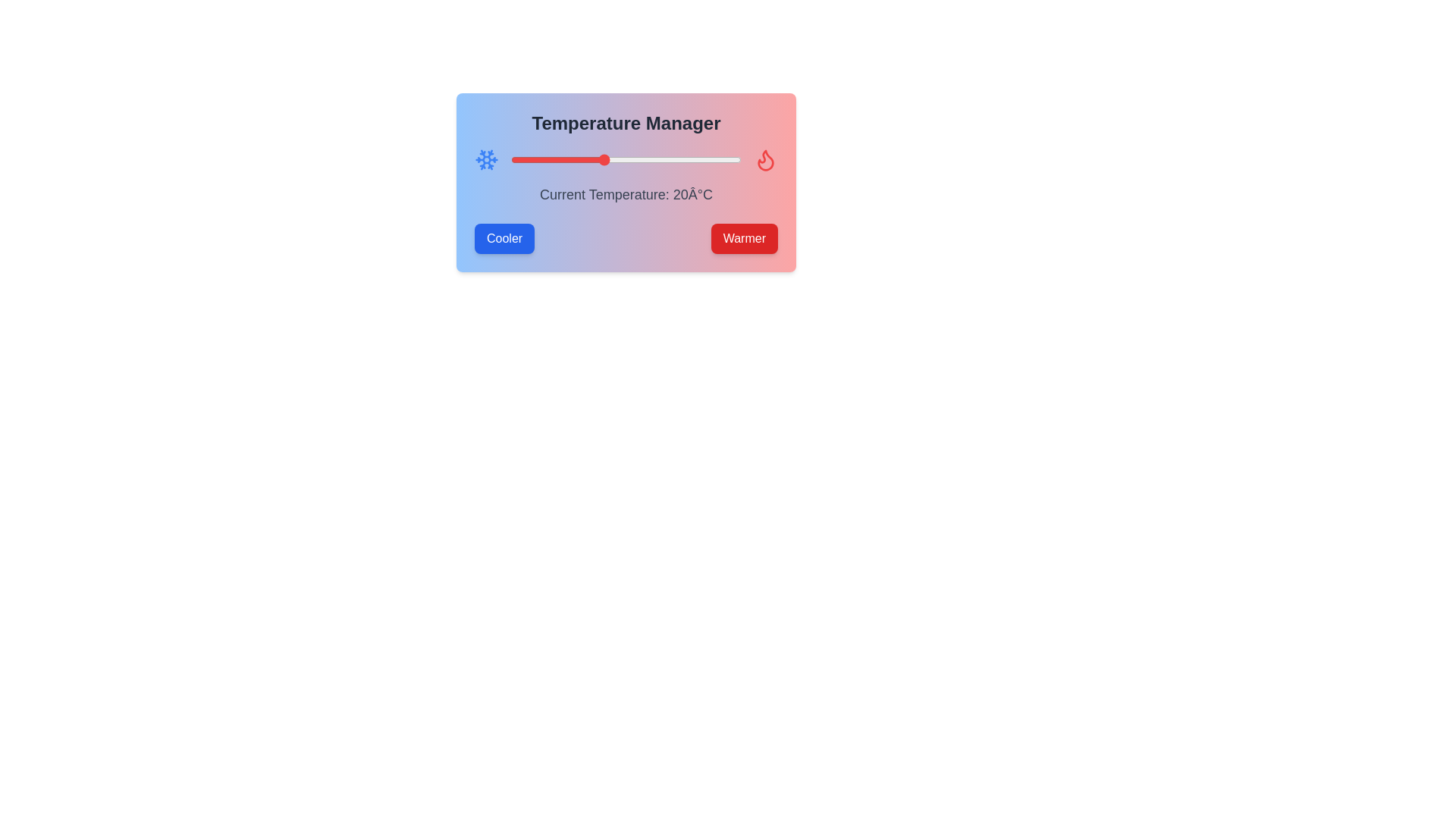 The height and width of the screenshot is (819, 1456). Describe the element at coordinates (504, 239) in the screenshot. I see `'Cooler' button to decrease the temperature` at that location.